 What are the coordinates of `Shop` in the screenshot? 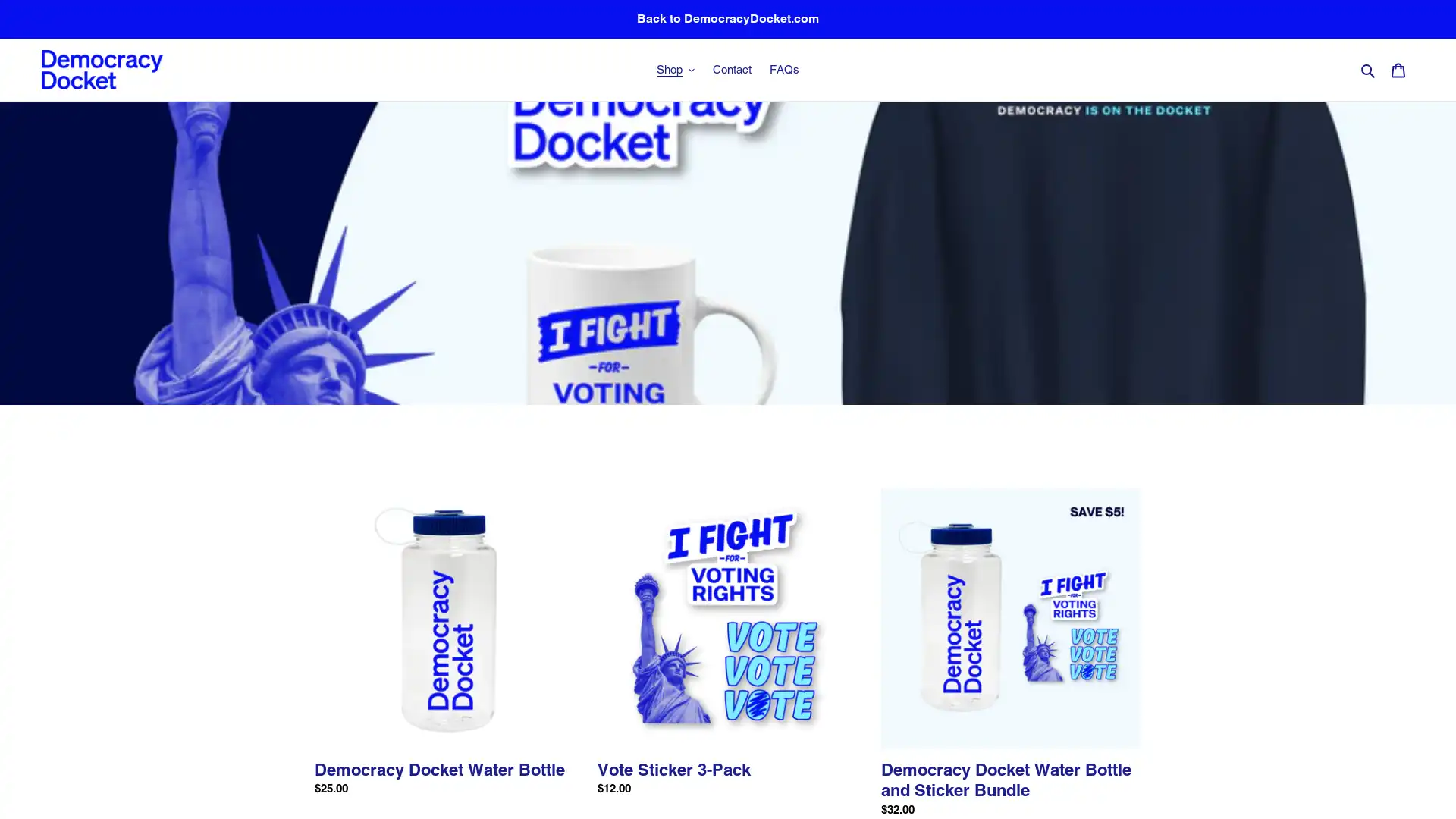 It's located at (674, 69).